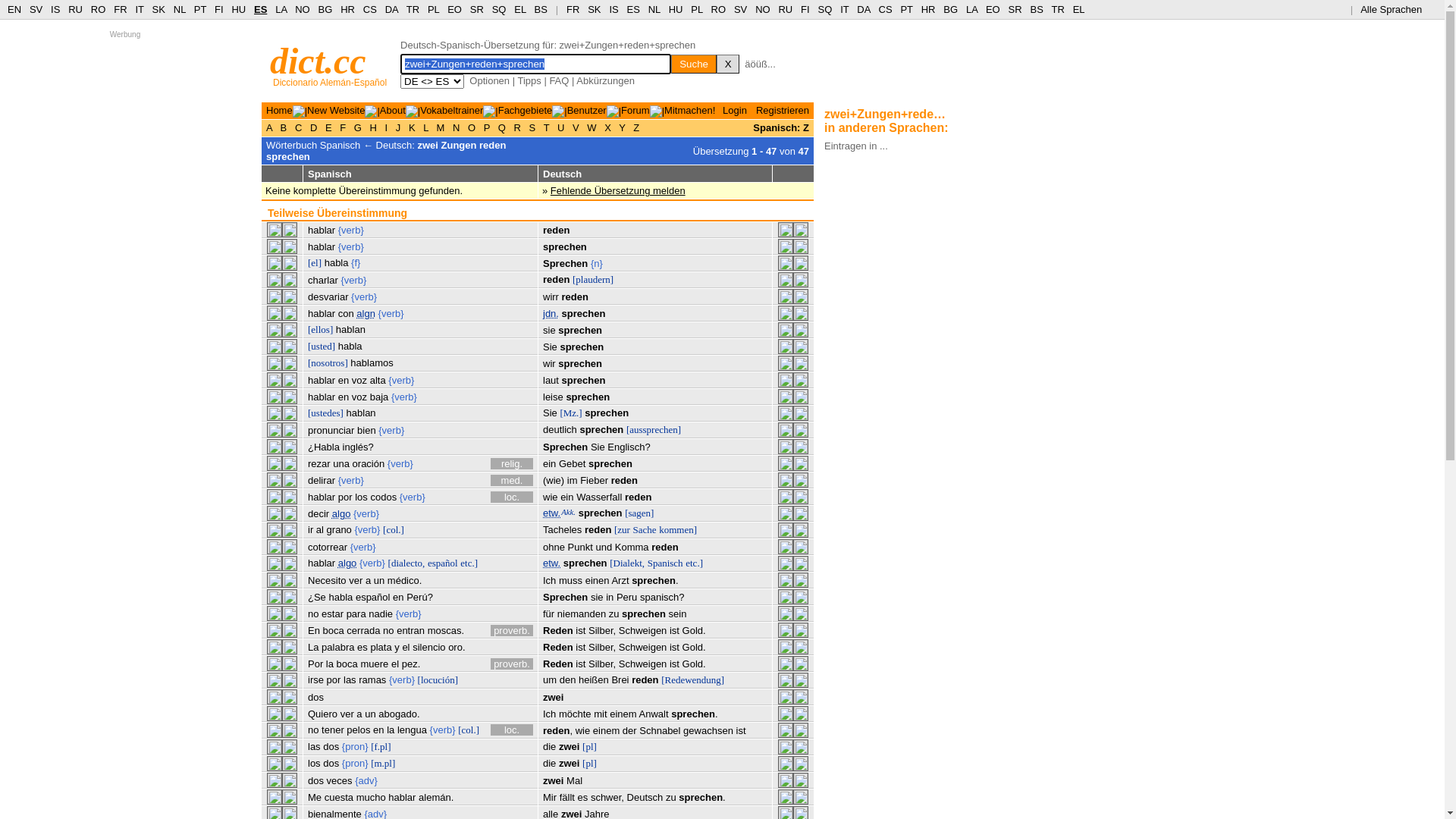  I want to click on 'cerrada', so click(362, 630).